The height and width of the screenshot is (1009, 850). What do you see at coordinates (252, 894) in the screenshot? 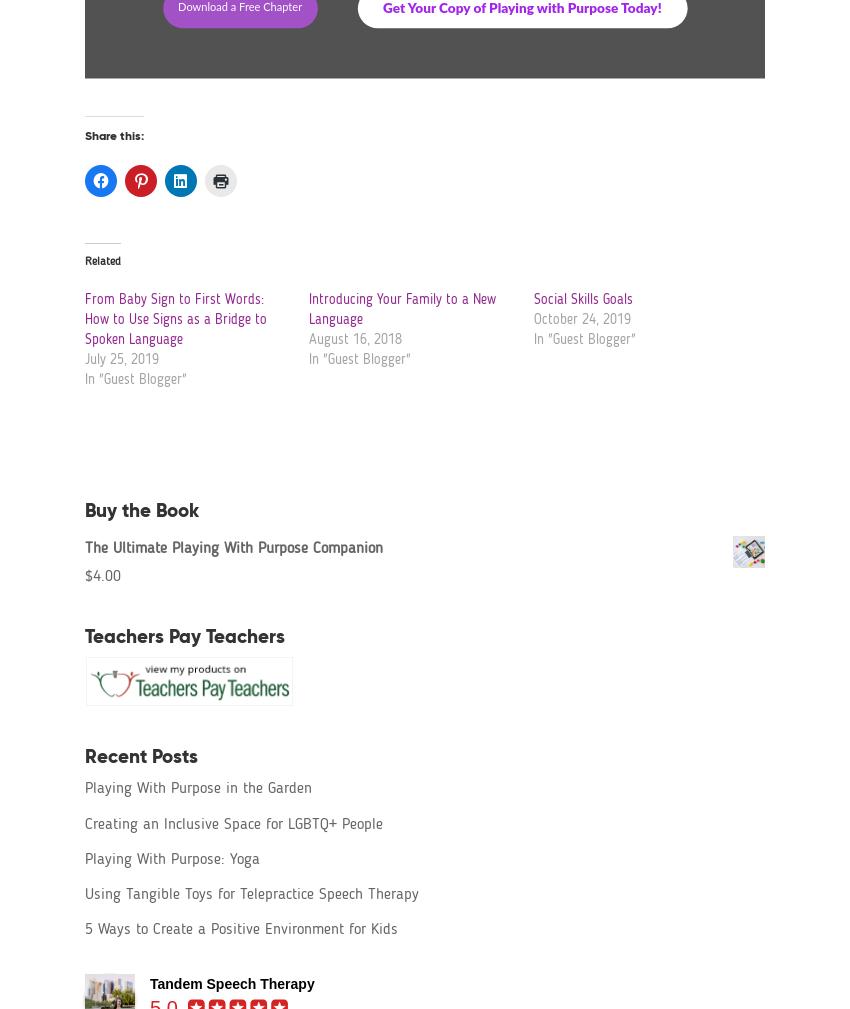
I see `'Using Tangible Toys for Telepractice Speech Therapy'` at bounding box center [252, 894].